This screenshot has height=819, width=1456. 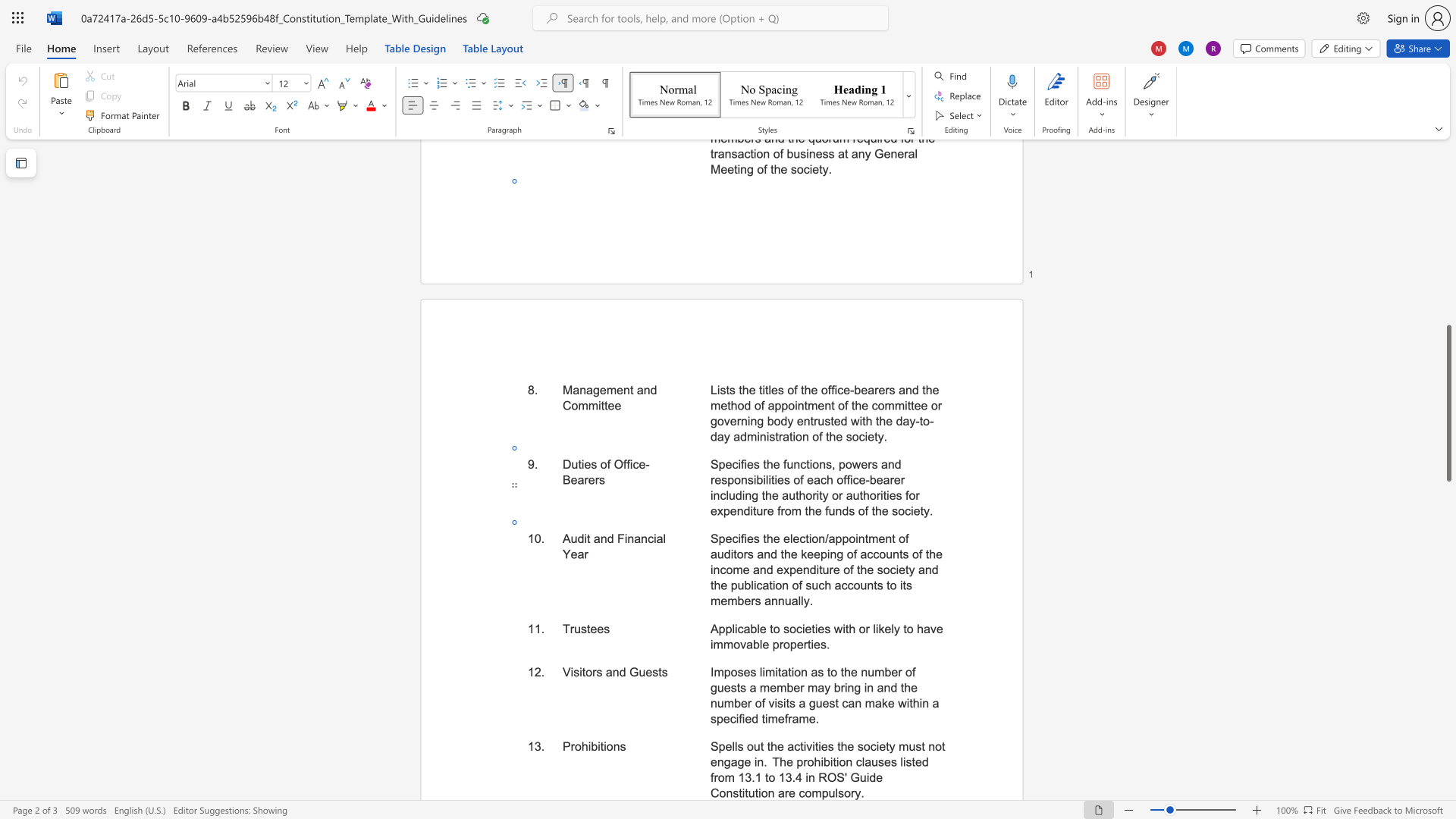 I want to click on the space between the continuous character "d" and "e" in the text, so click(x=876, y=777).